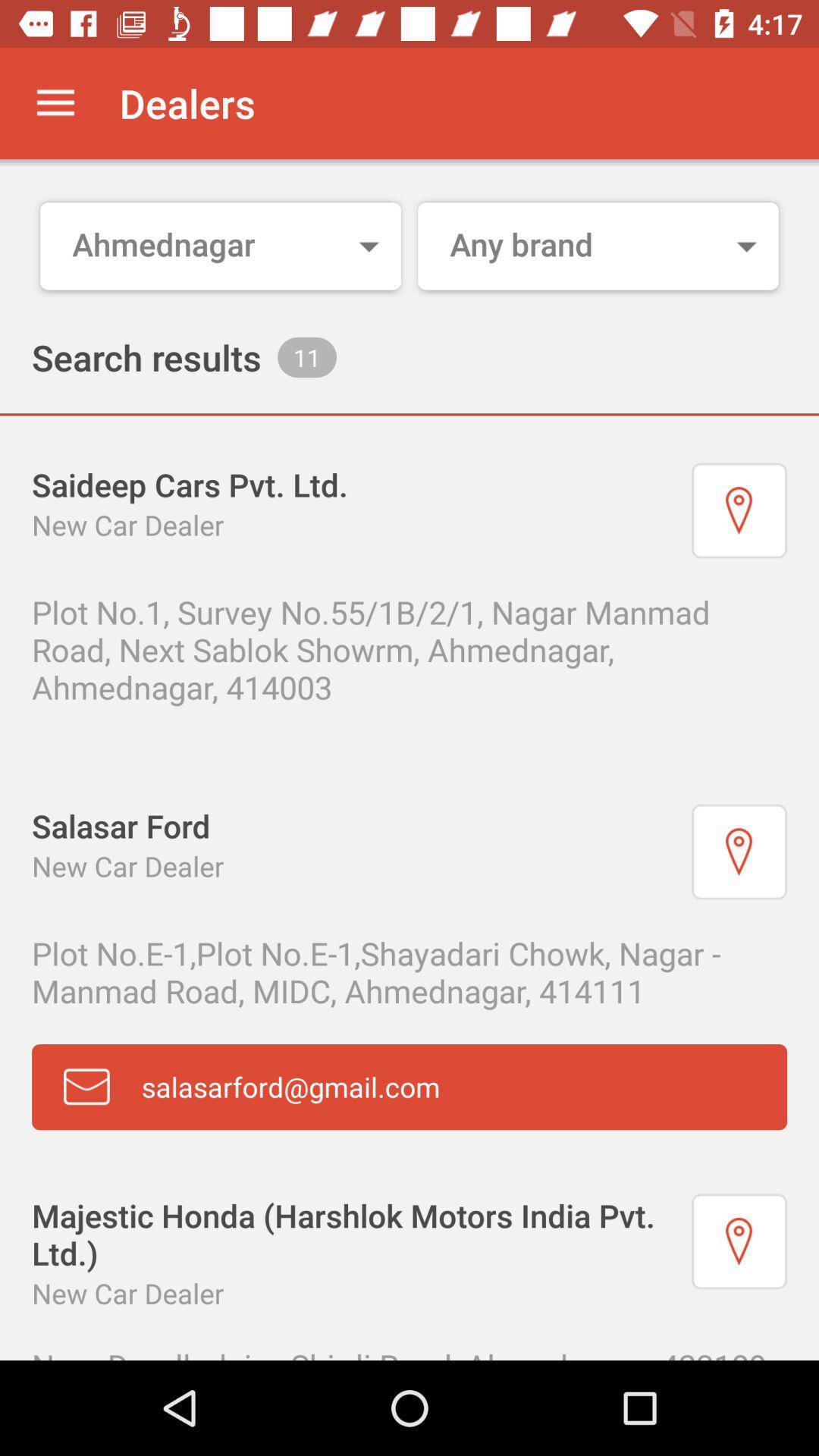  I want to click on show on maps, so click(739, 852).